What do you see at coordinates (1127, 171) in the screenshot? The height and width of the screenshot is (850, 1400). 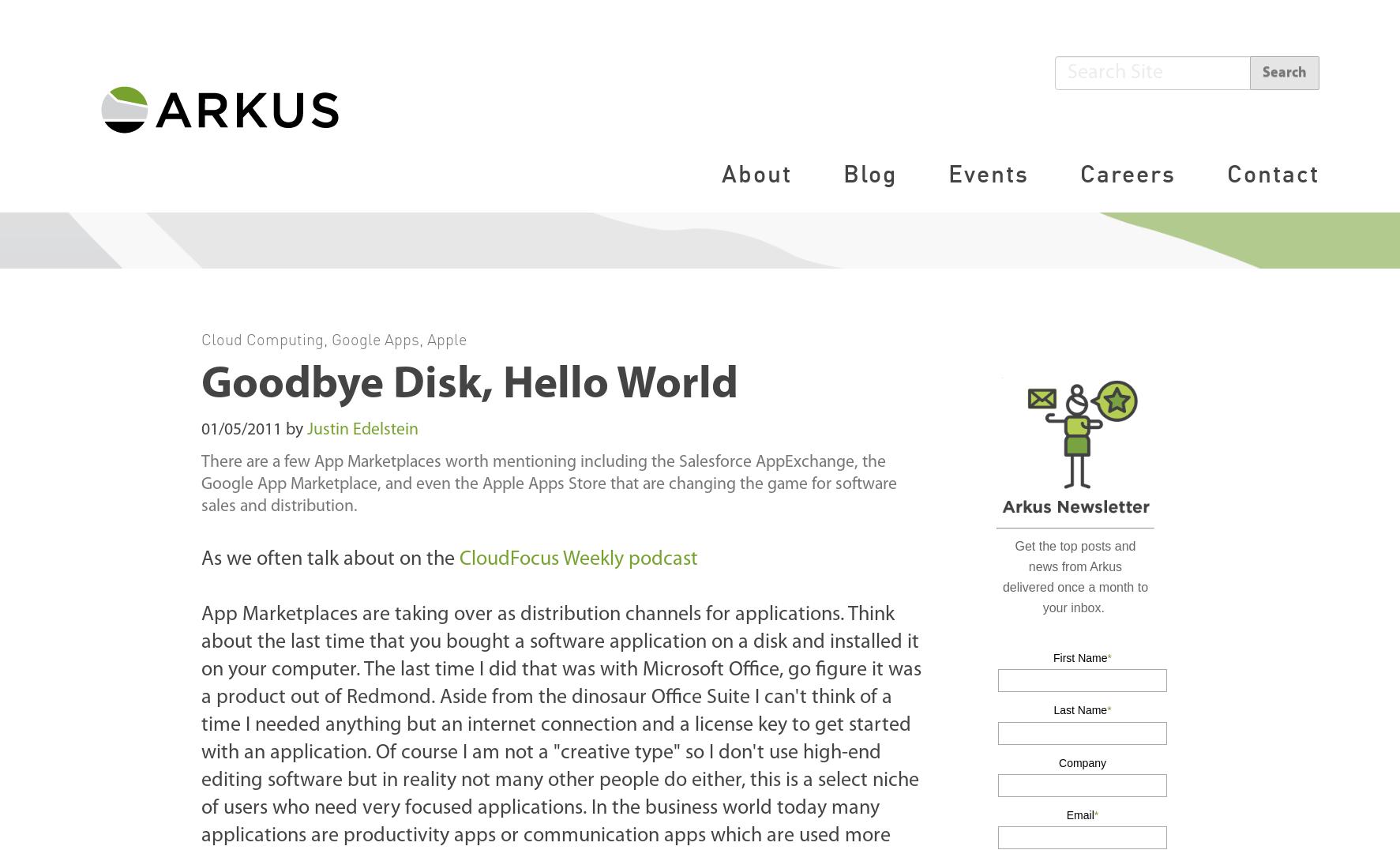 I see `'Careers'` at bounding box center [1127, 171].